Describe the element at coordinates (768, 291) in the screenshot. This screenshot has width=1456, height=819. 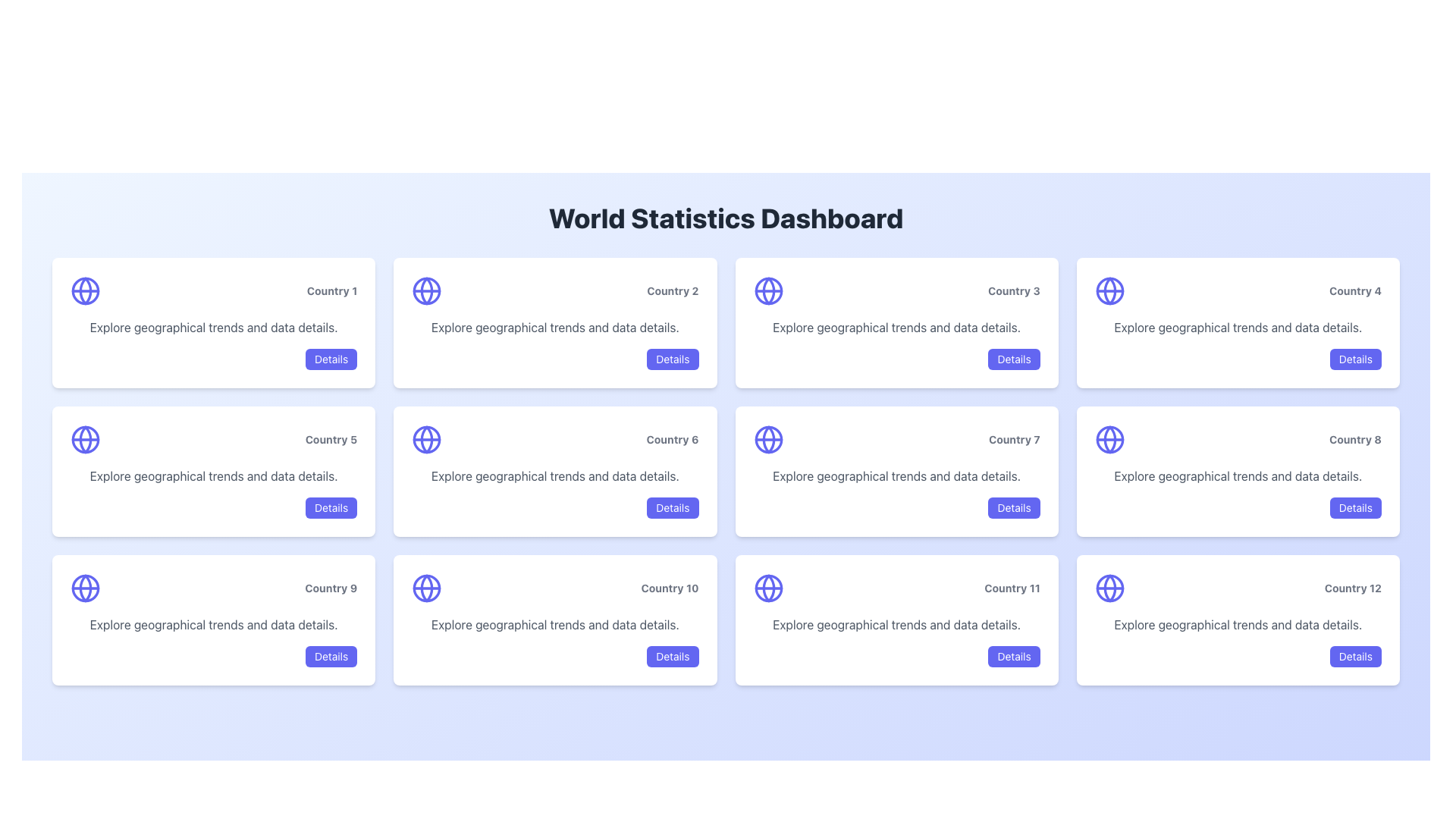
I see `the icon located at the top-left corner of the 'Country 3' card on the dashboard, which visually supplements the card's content` at that location.